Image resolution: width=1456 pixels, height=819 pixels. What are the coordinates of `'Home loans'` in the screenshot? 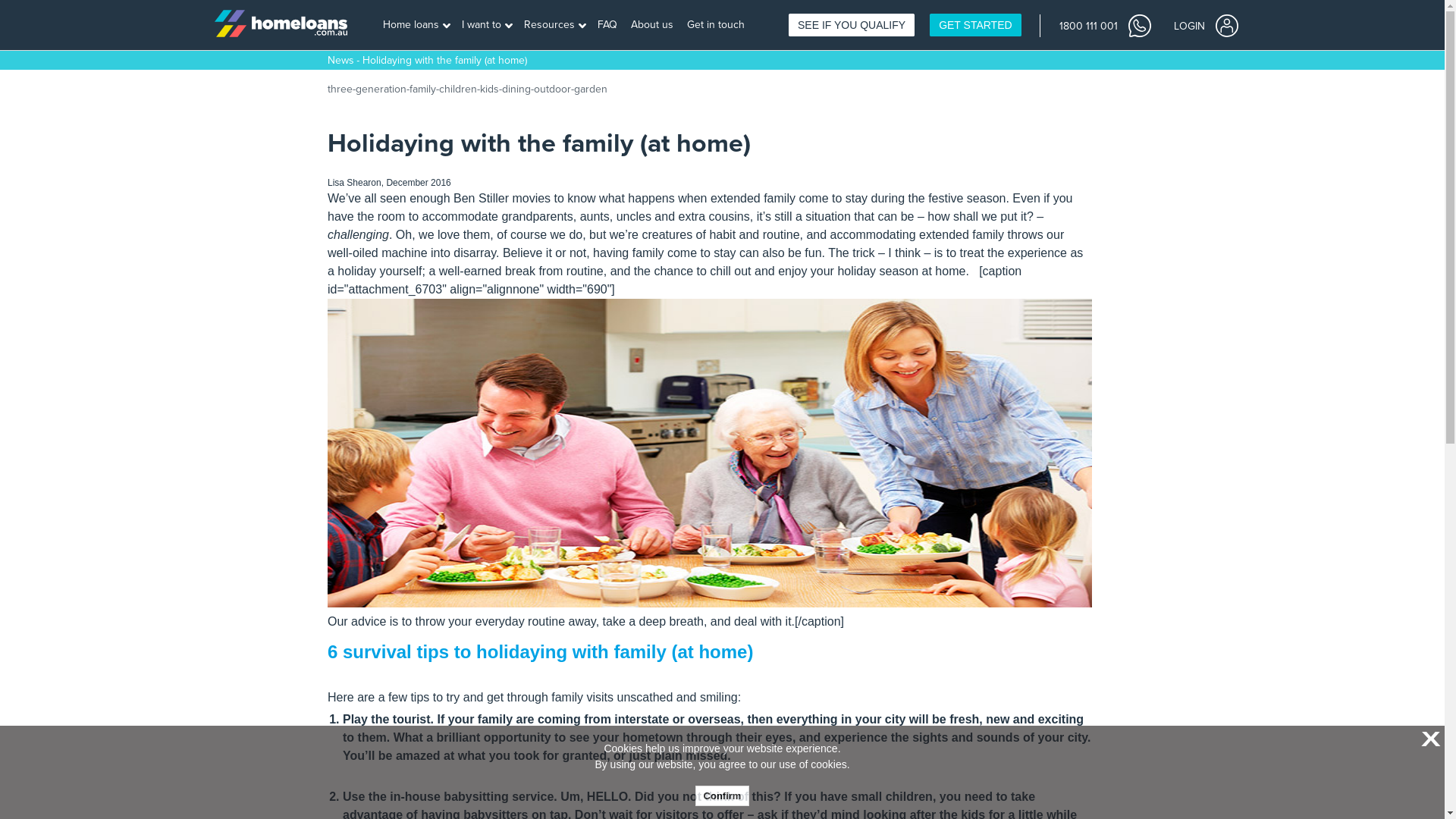 It's located at (416, 25).